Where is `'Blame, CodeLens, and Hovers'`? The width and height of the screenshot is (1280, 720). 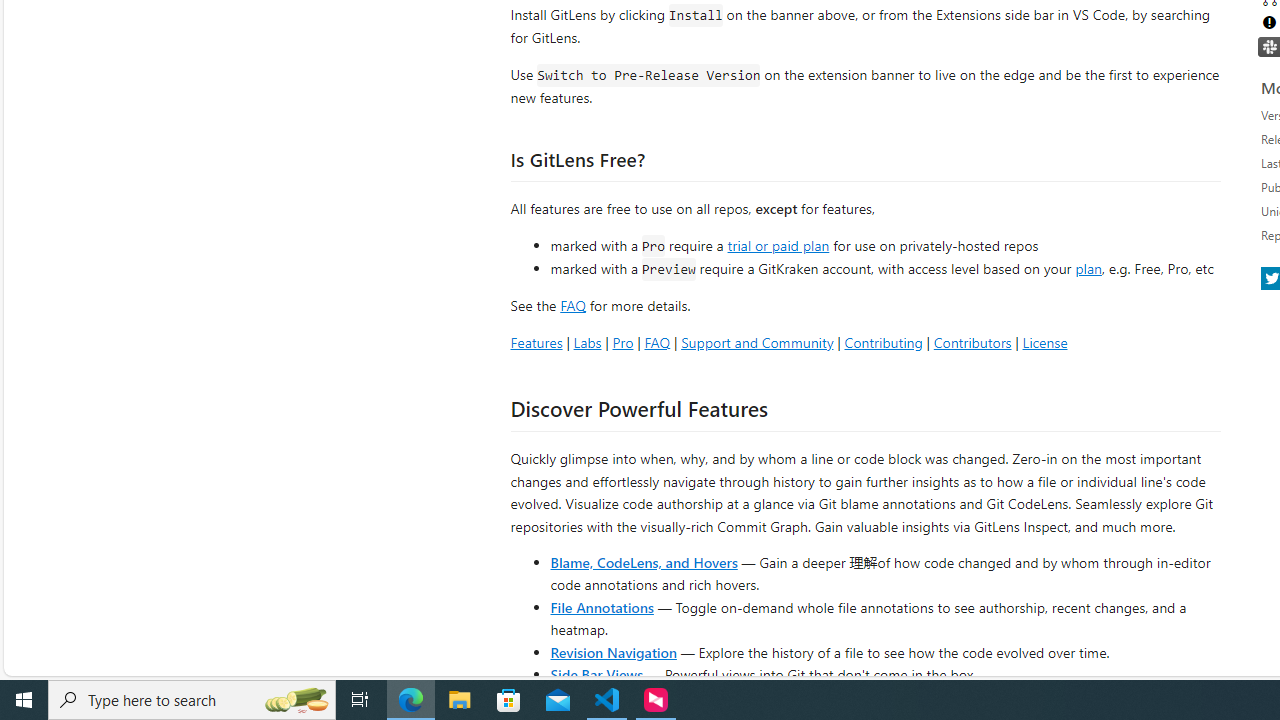
'Blame, CodeLens, and Hovers' is located at coordinates (644, 561).